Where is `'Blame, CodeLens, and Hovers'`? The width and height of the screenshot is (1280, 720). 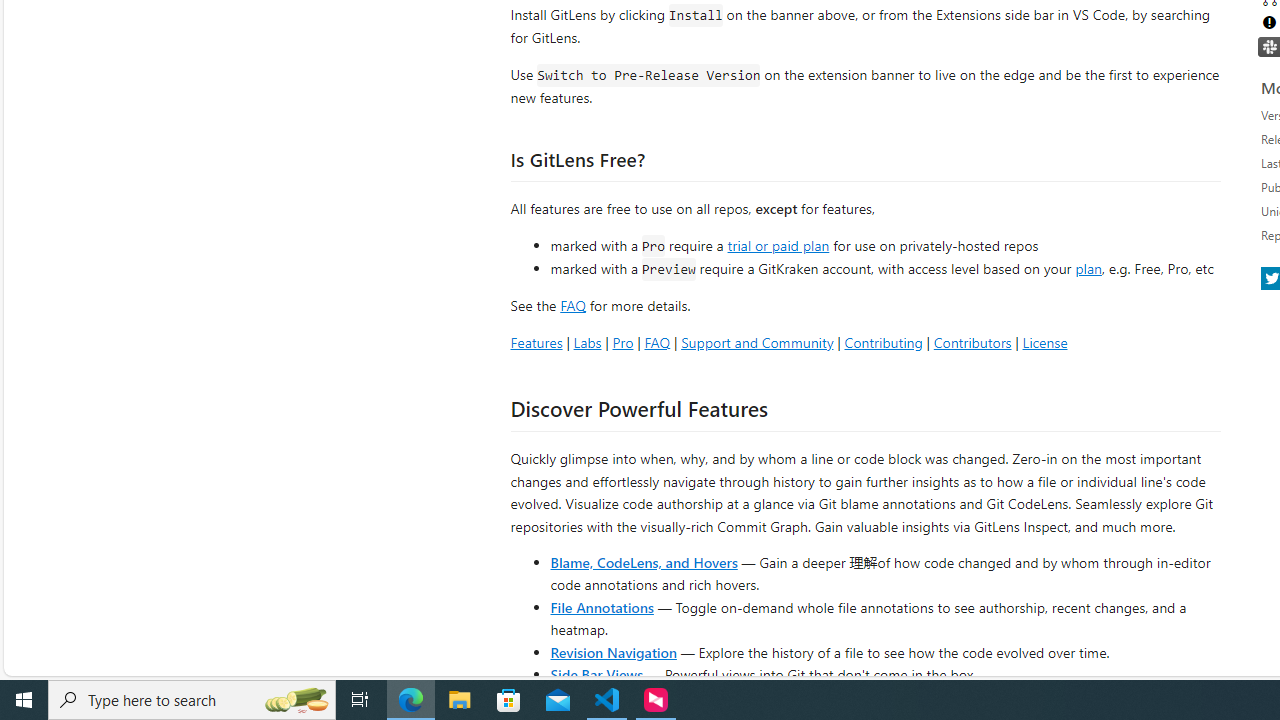
'Blame, CodeLens, and Hovers' is located at coordinates (644, 561).